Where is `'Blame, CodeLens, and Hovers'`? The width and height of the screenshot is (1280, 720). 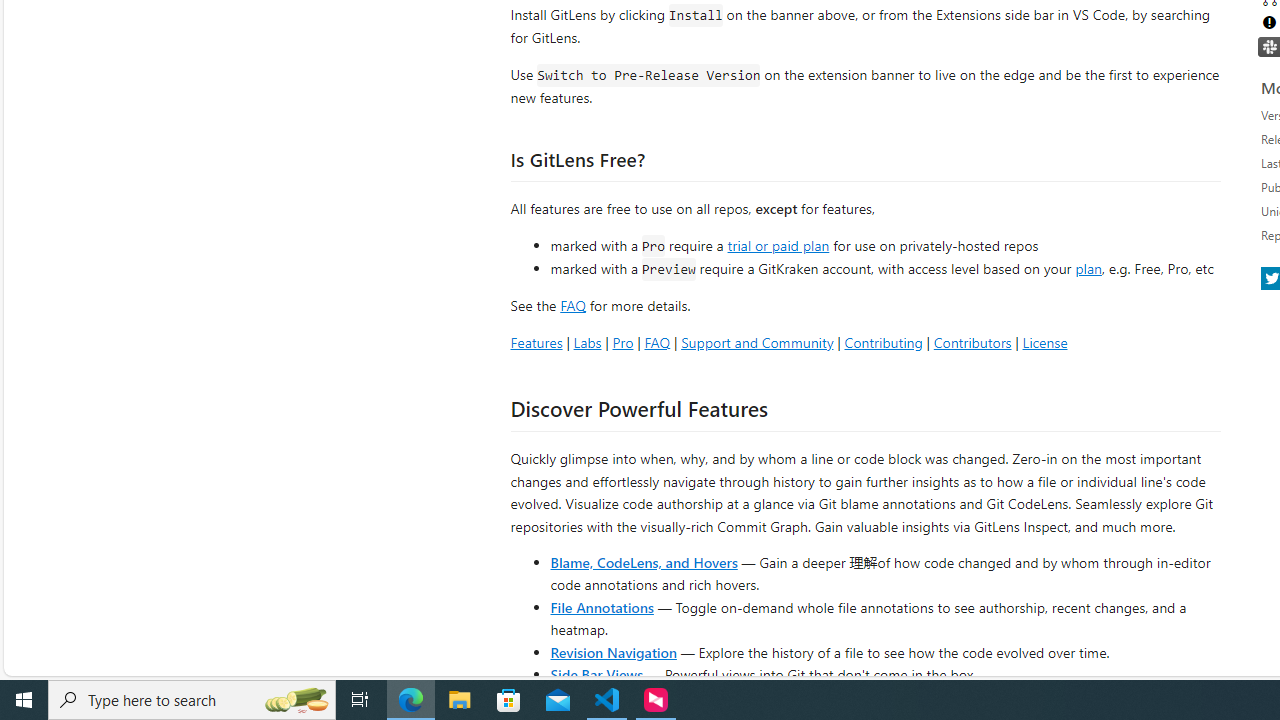
'Blame, CodeLens, and Hovers' is located at coordinates (644, 561).